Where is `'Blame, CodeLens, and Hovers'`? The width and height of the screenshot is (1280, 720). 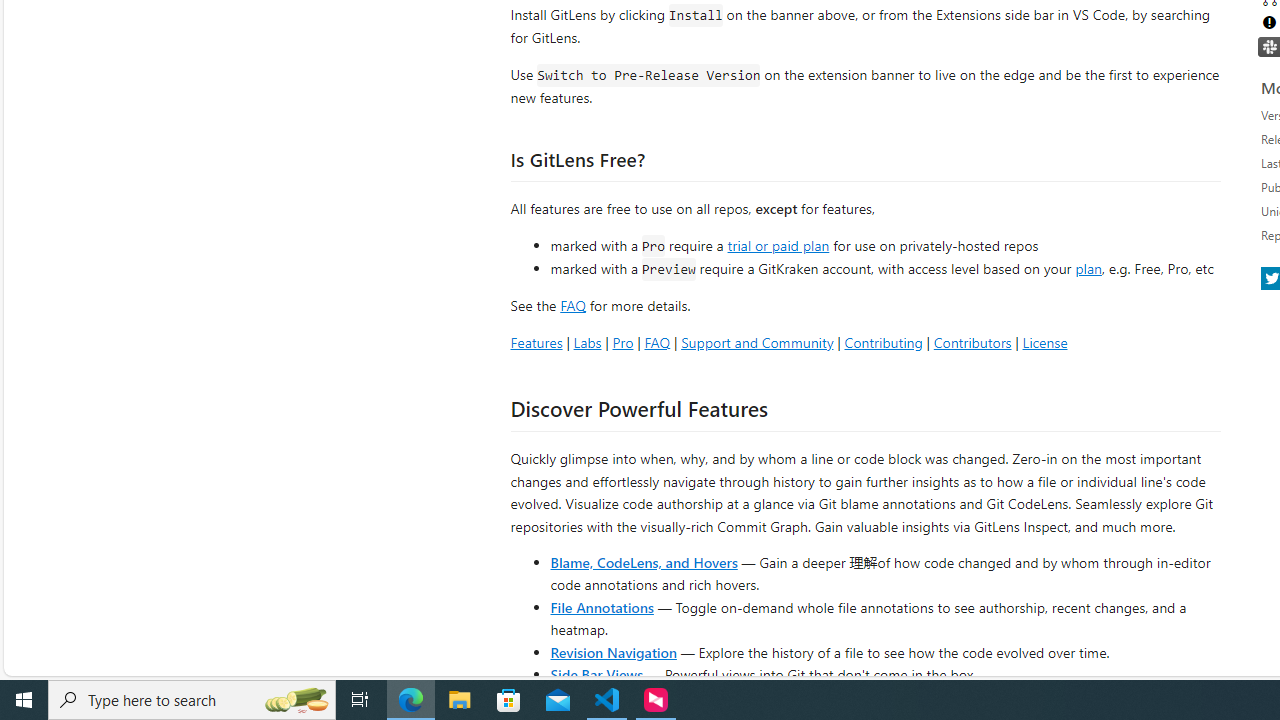
'Blame, CodeLens, and Hovers' is located at coordinates (644, 561).